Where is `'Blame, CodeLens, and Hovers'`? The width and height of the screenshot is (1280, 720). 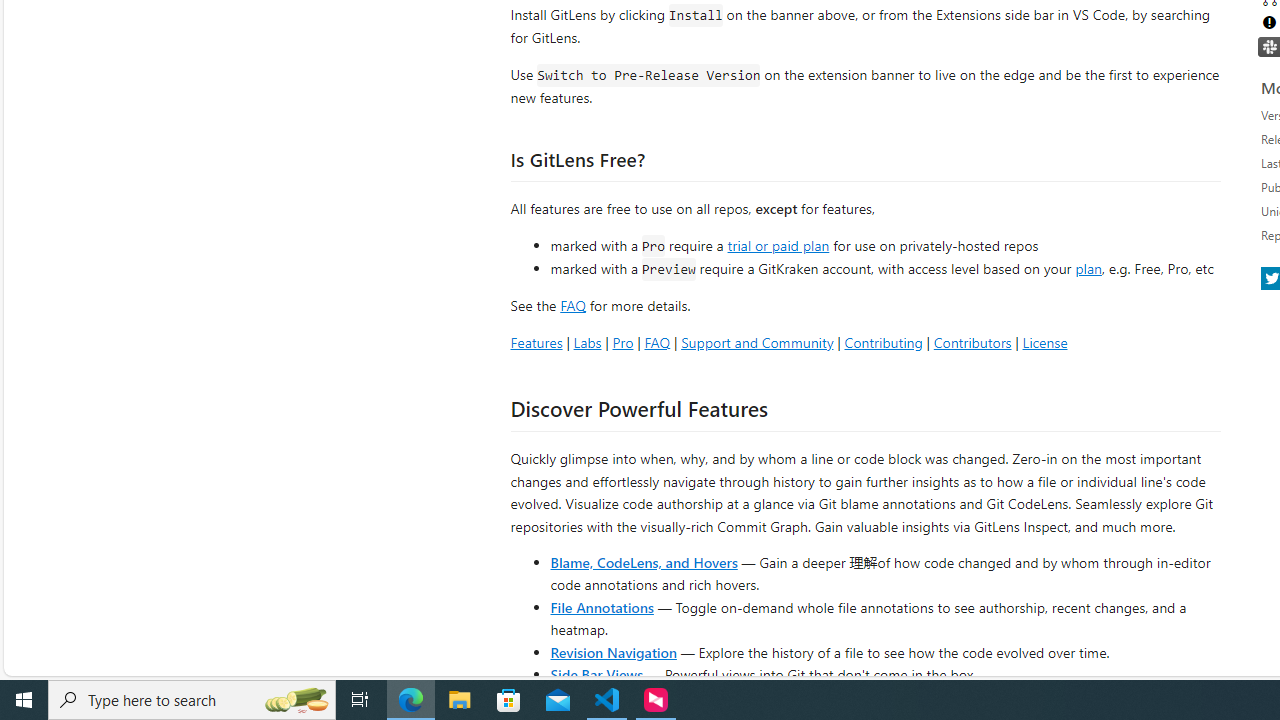
'Blame, CodeLens, and Hovers' is located at coordinates (644, 561).